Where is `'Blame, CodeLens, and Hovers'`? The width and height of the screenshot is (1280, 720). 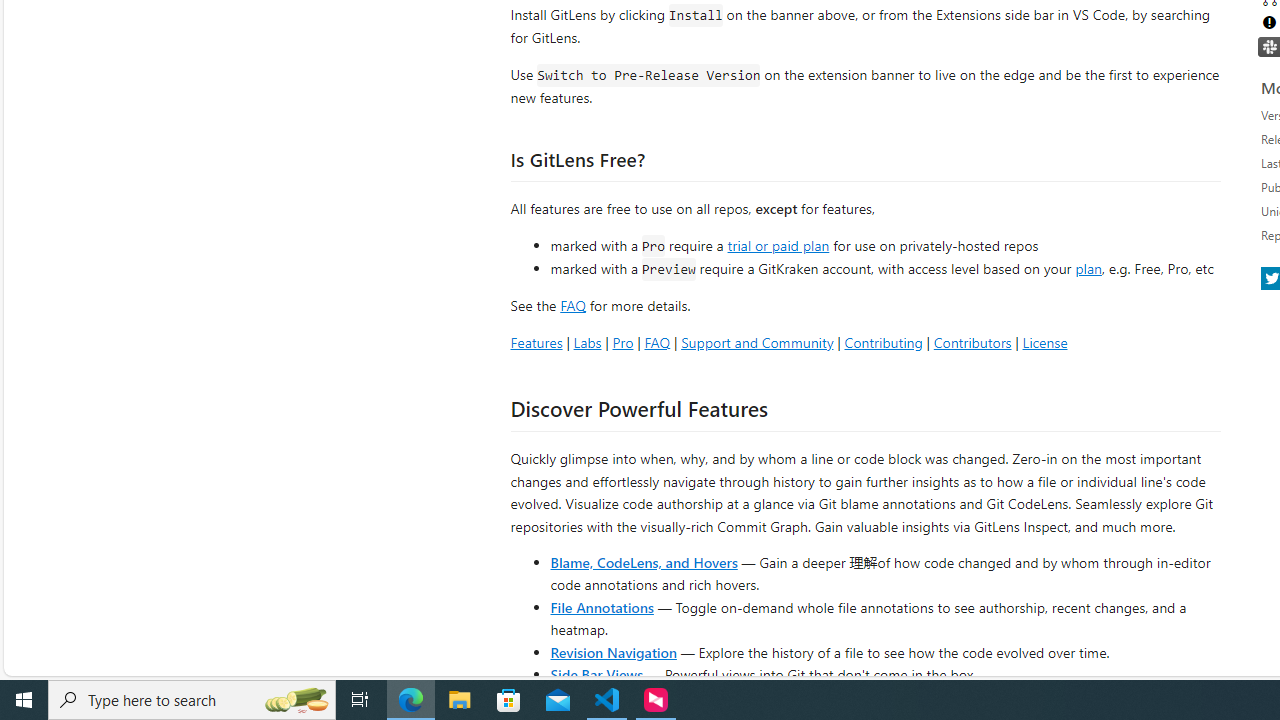
'Blame, CodeLens, and Hovers' is located at coordinates (644, 561).